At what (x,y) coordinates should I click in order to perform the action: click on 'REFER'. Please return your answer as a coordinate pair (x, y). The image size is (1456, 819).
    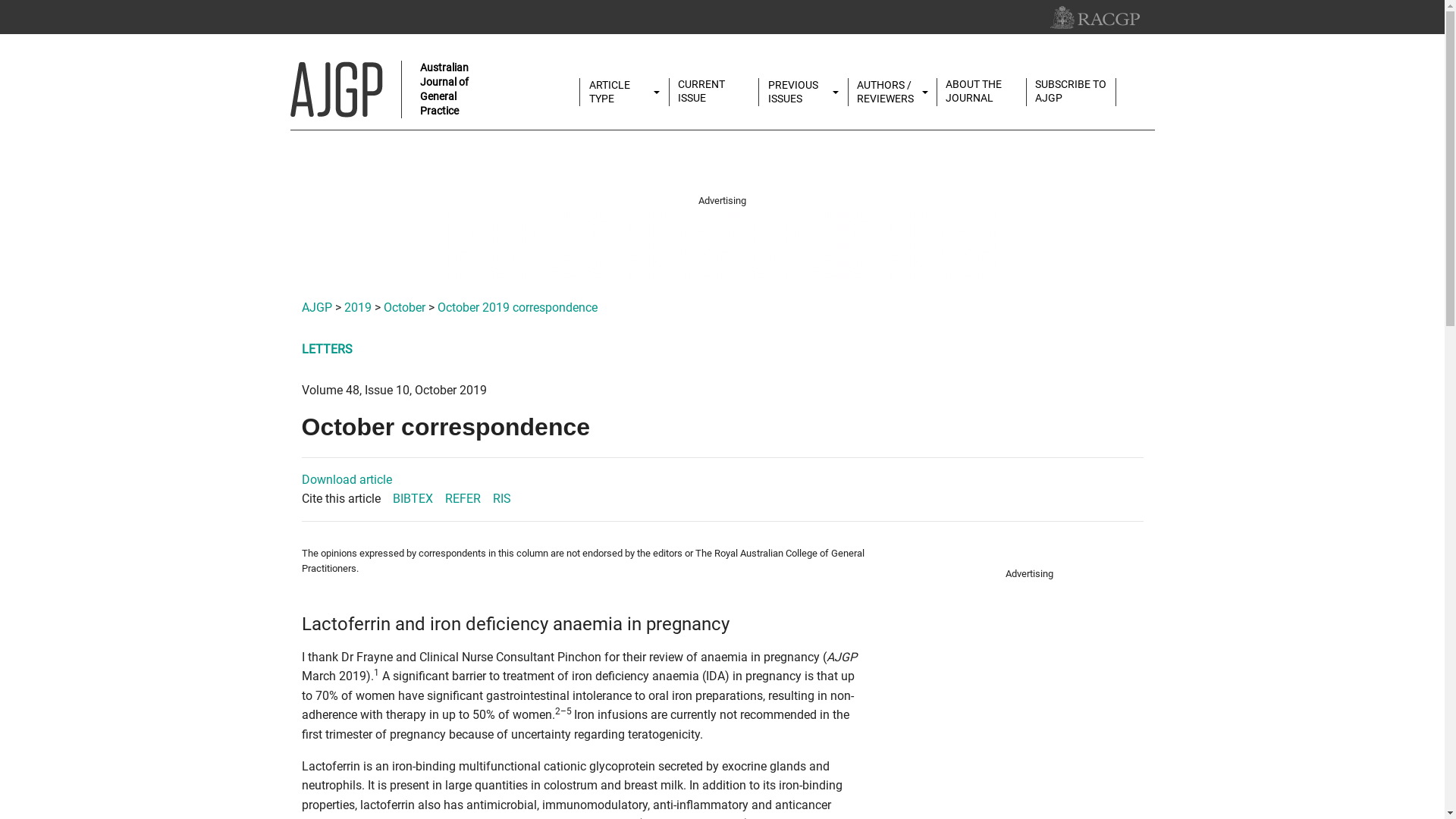
    Looking at the image, I should click on (461, 498).